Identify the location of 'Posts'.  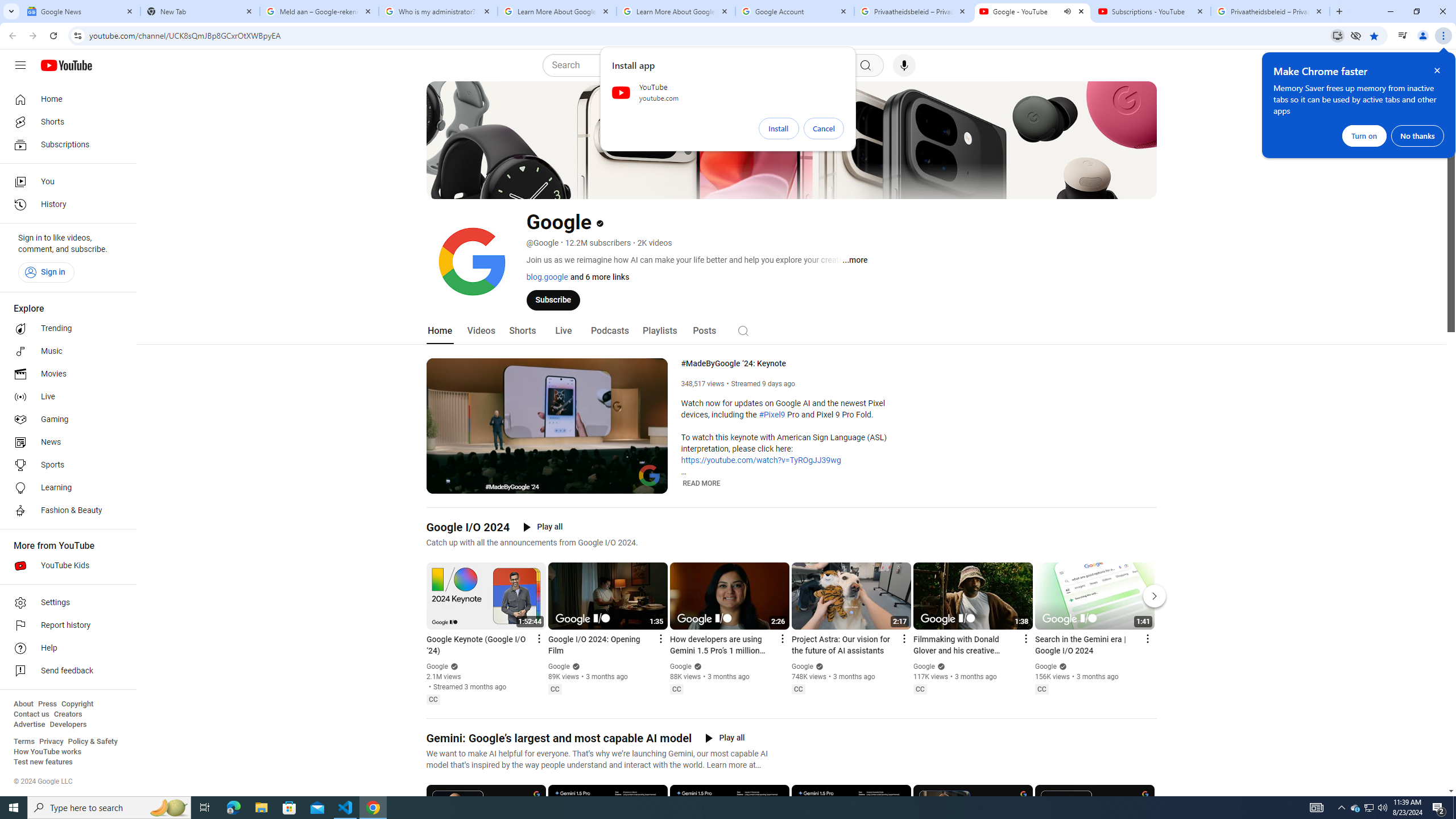
(703, 330).